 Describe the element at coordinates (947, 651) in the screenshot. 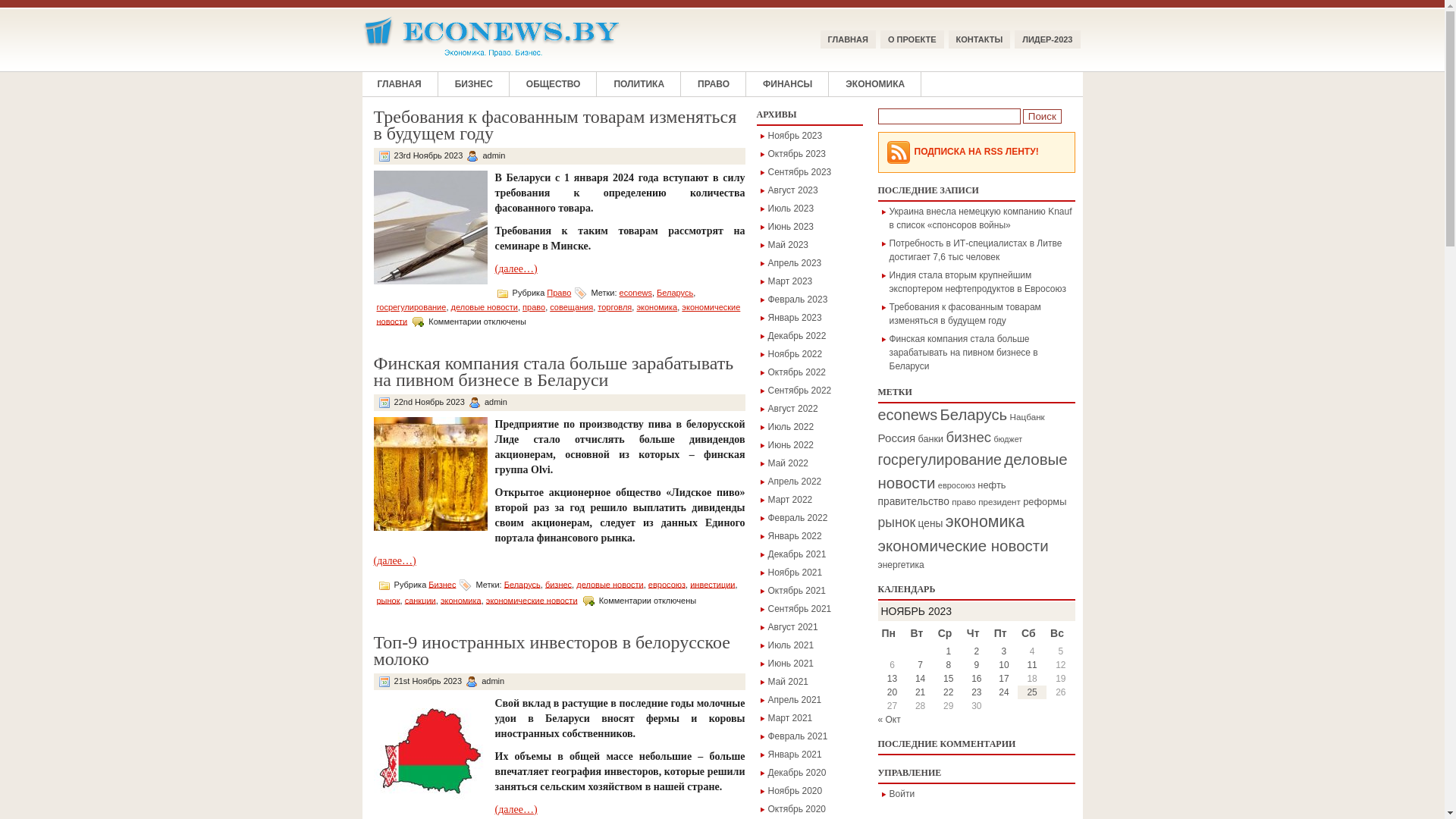

I see `'1'` at that location.